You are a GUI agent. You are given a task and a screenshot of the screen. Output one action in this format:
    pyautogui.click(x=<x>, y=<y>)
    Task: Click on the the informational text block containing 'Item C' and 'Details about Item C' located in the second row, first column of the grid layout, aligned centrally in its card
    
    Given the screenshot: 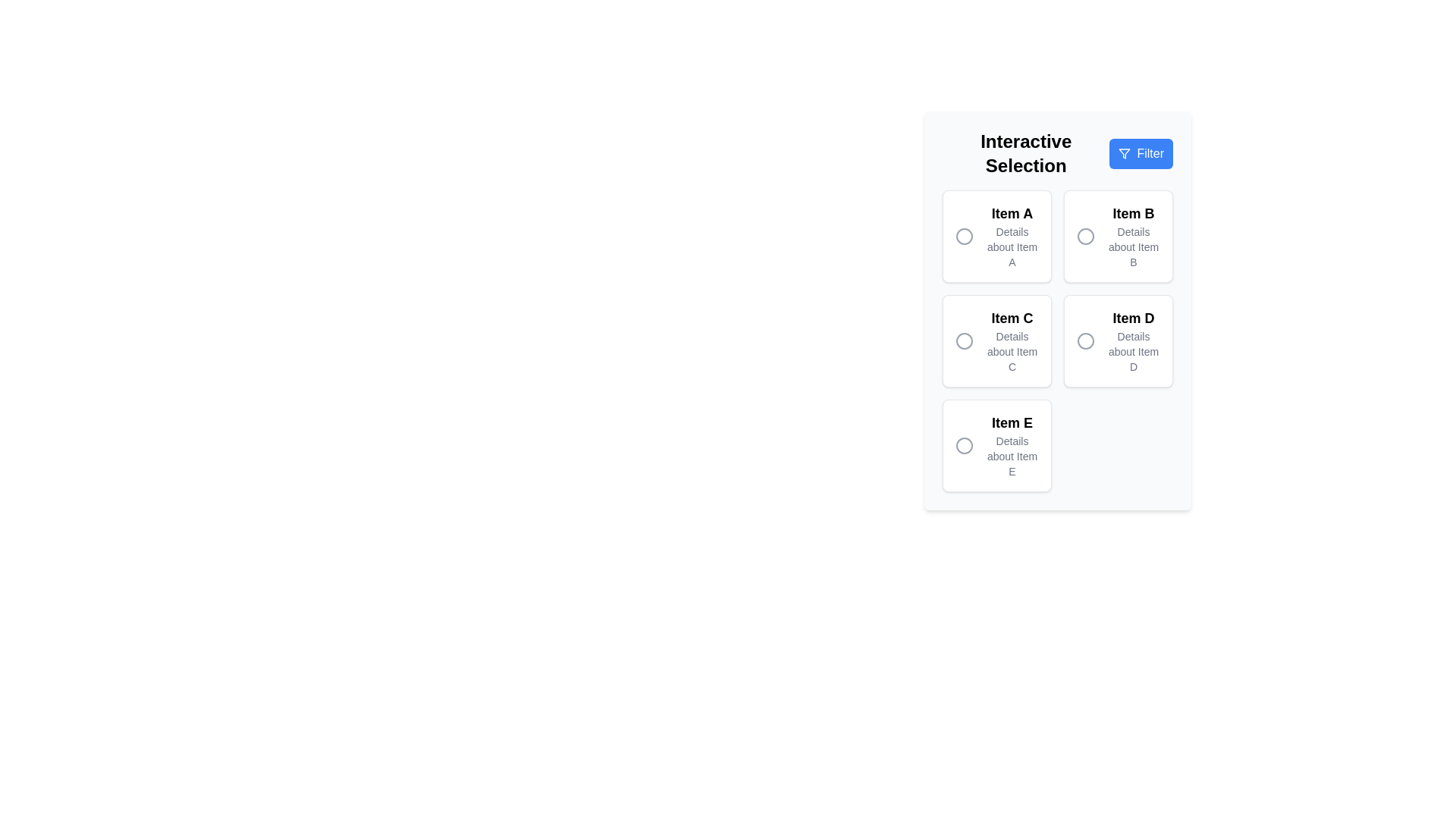 What is the action you would take?
    pyautogui.click(x=1012, y=341)
    